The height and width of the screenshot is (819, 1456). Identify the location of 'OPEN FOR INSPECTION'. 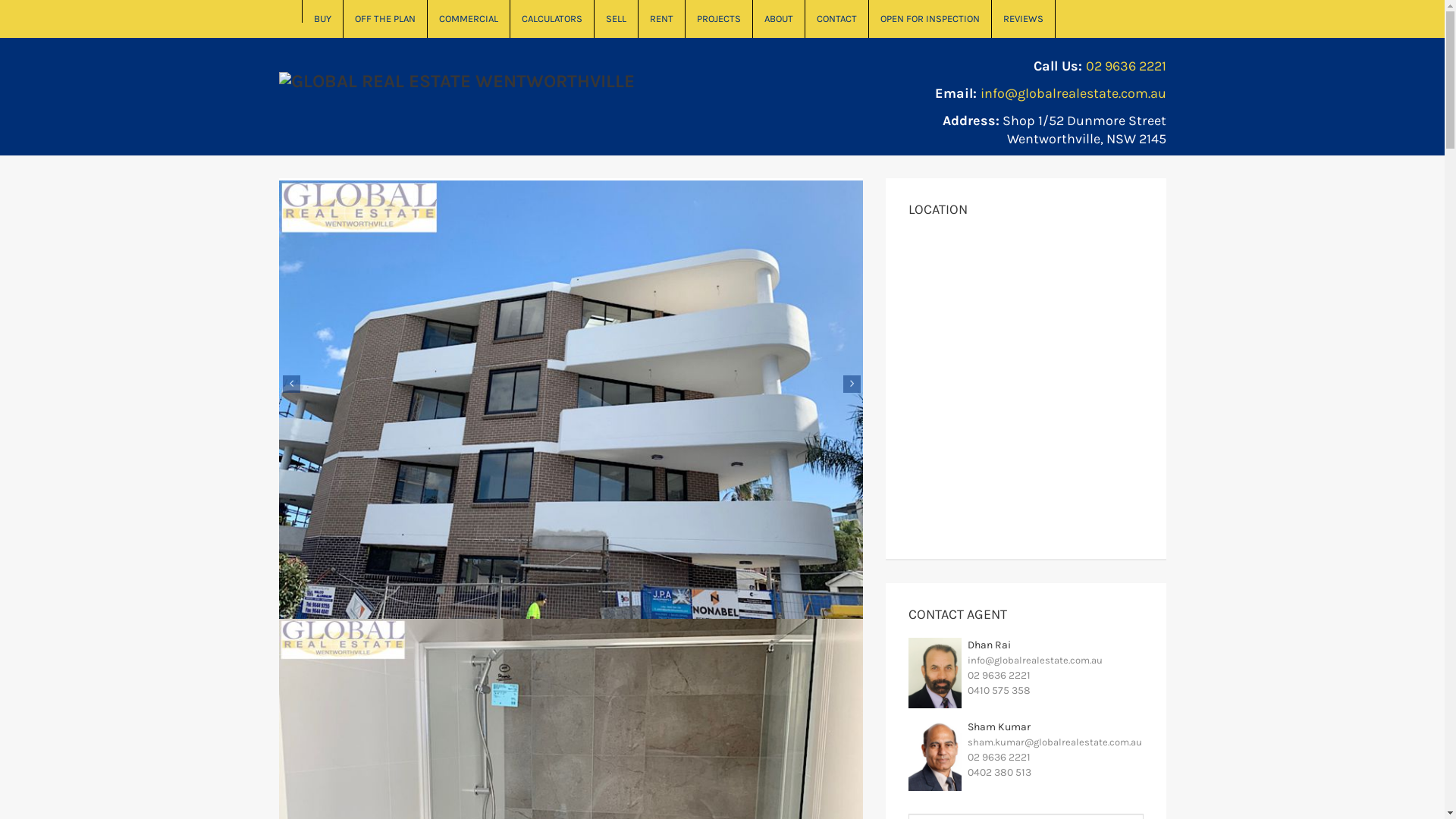
(869, 18).